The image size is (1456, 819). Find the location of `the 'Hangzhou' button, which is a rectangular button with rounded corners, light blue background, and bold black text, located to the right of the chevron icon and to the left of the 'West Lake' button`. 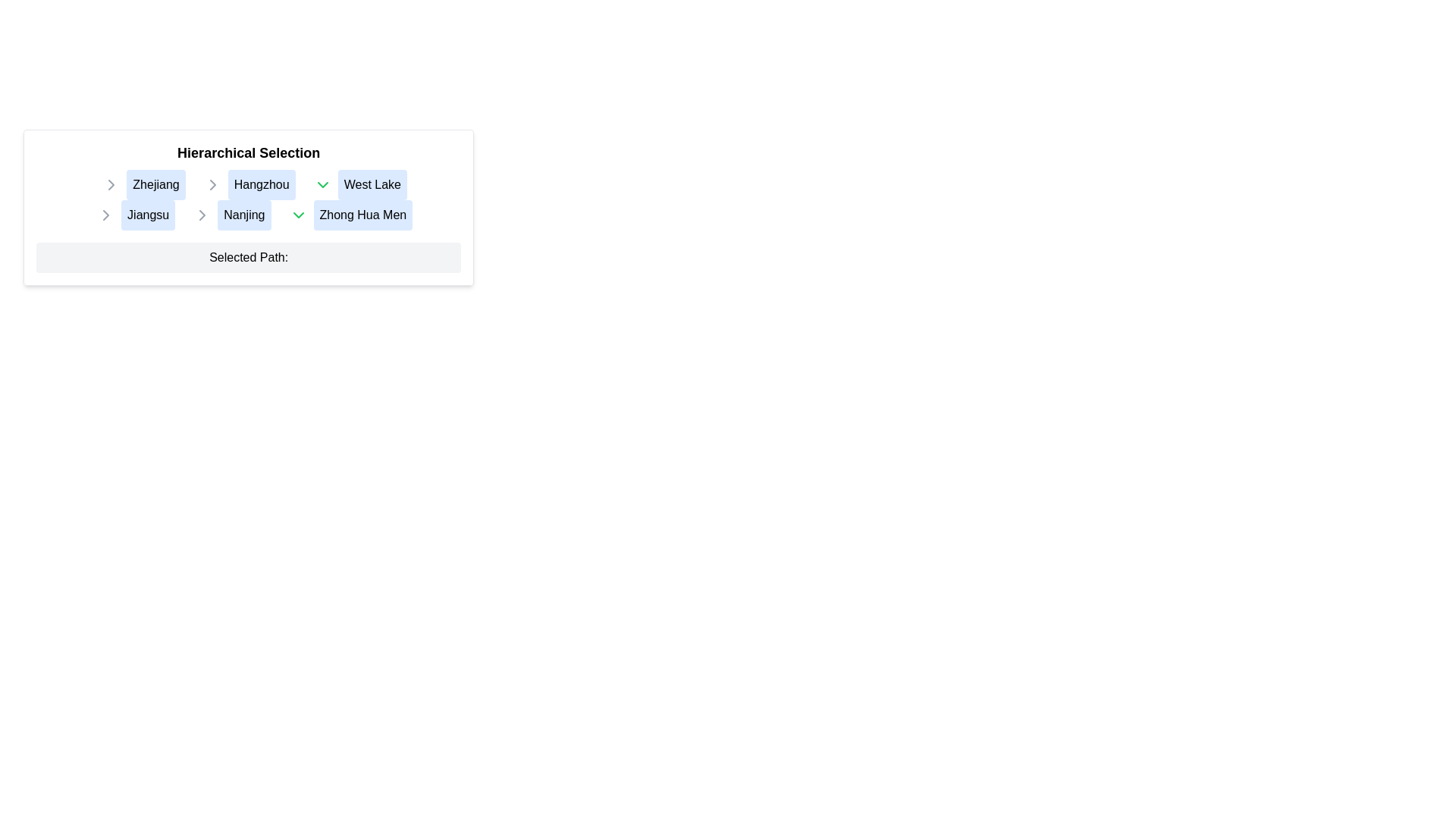

the 'Hangzhou' button, which is a rectangular button with rounded corners, light blue background, and bold black text, located to the right of the chevron icon and to the left of the 'West Lake' button is located at coordinates (262, 184).